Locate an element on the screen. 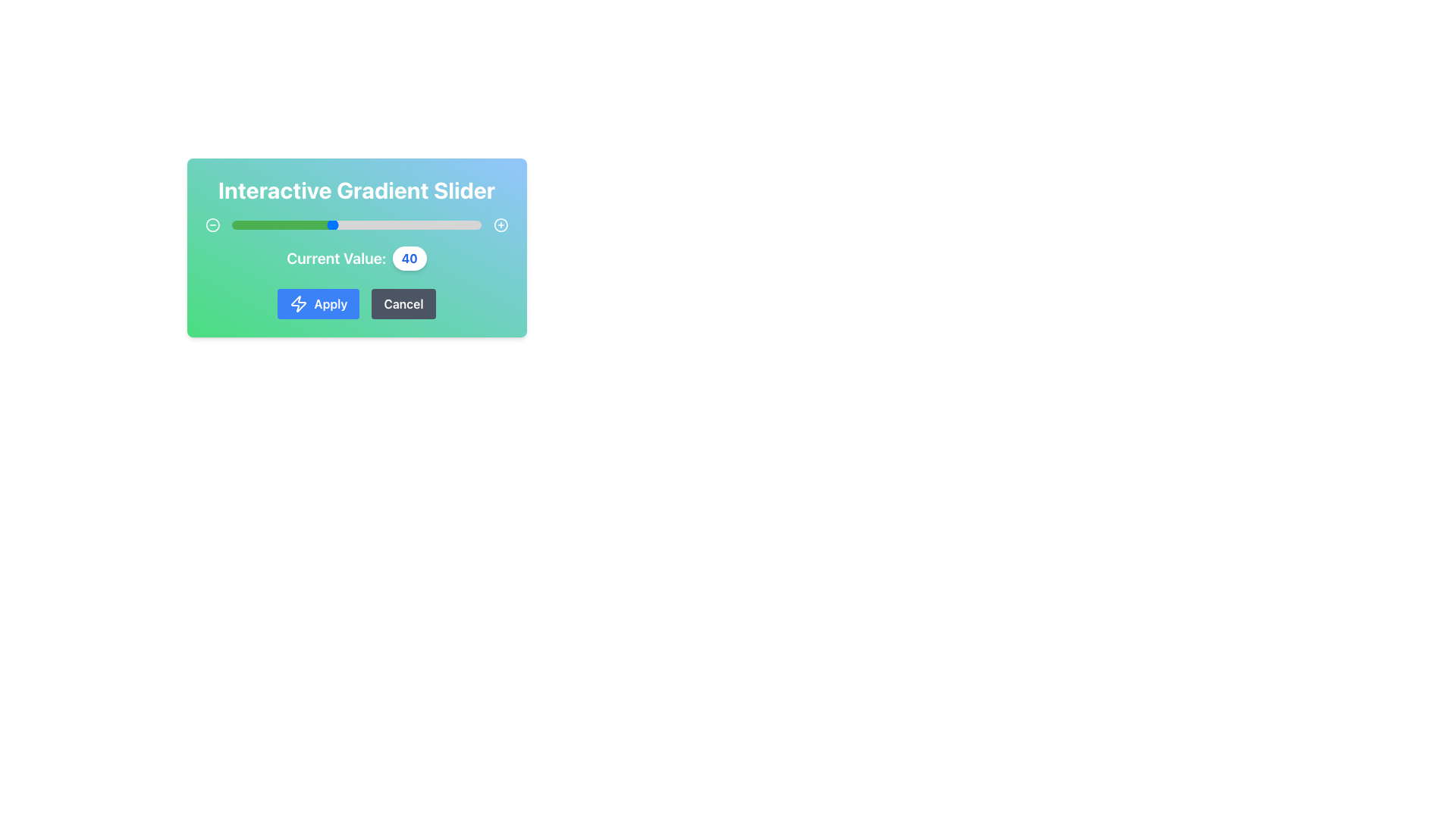  the slider is located at coordinates (413, 225).